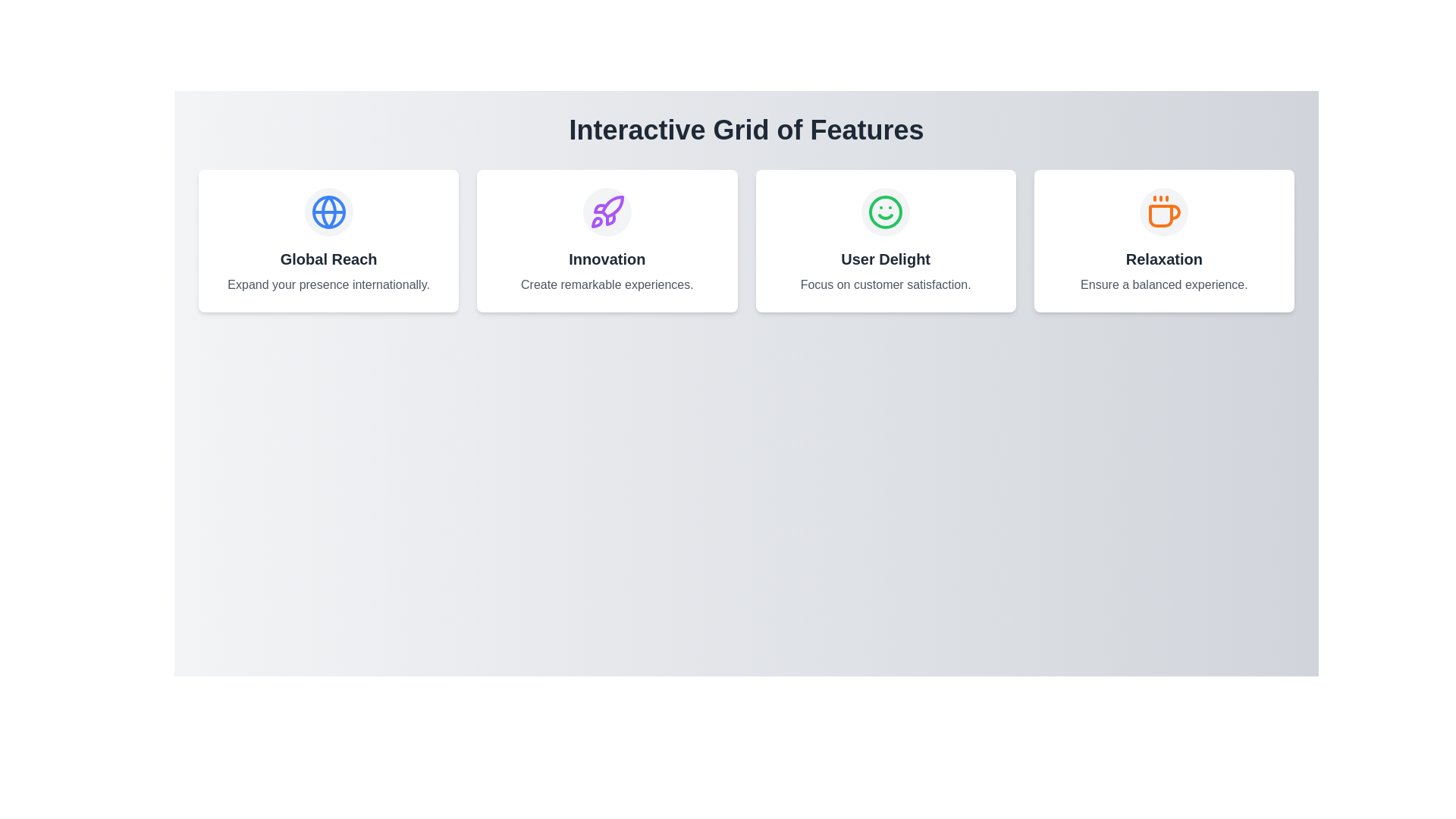 The image size is (1456, 819). What do you see at coordinates (607, 212) in the screenshot?
I see `the decorative icon representing 'Innovation' located at the center of the second card in a four-card layout to understand its symbolic meaning` at bounding box center [607, 212].